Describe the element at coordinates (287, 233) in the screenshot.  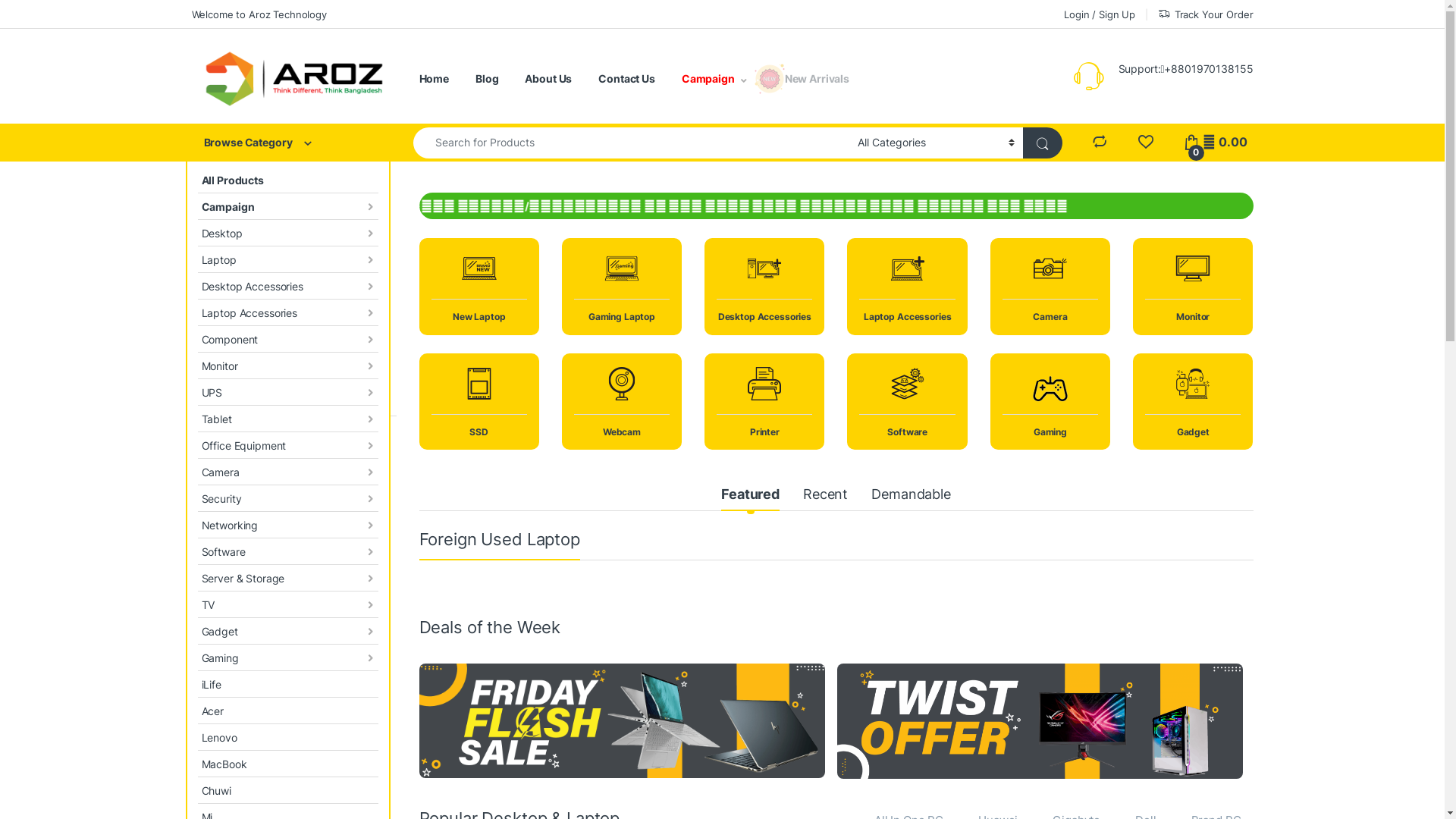
I see `'Desktop'` at that location.